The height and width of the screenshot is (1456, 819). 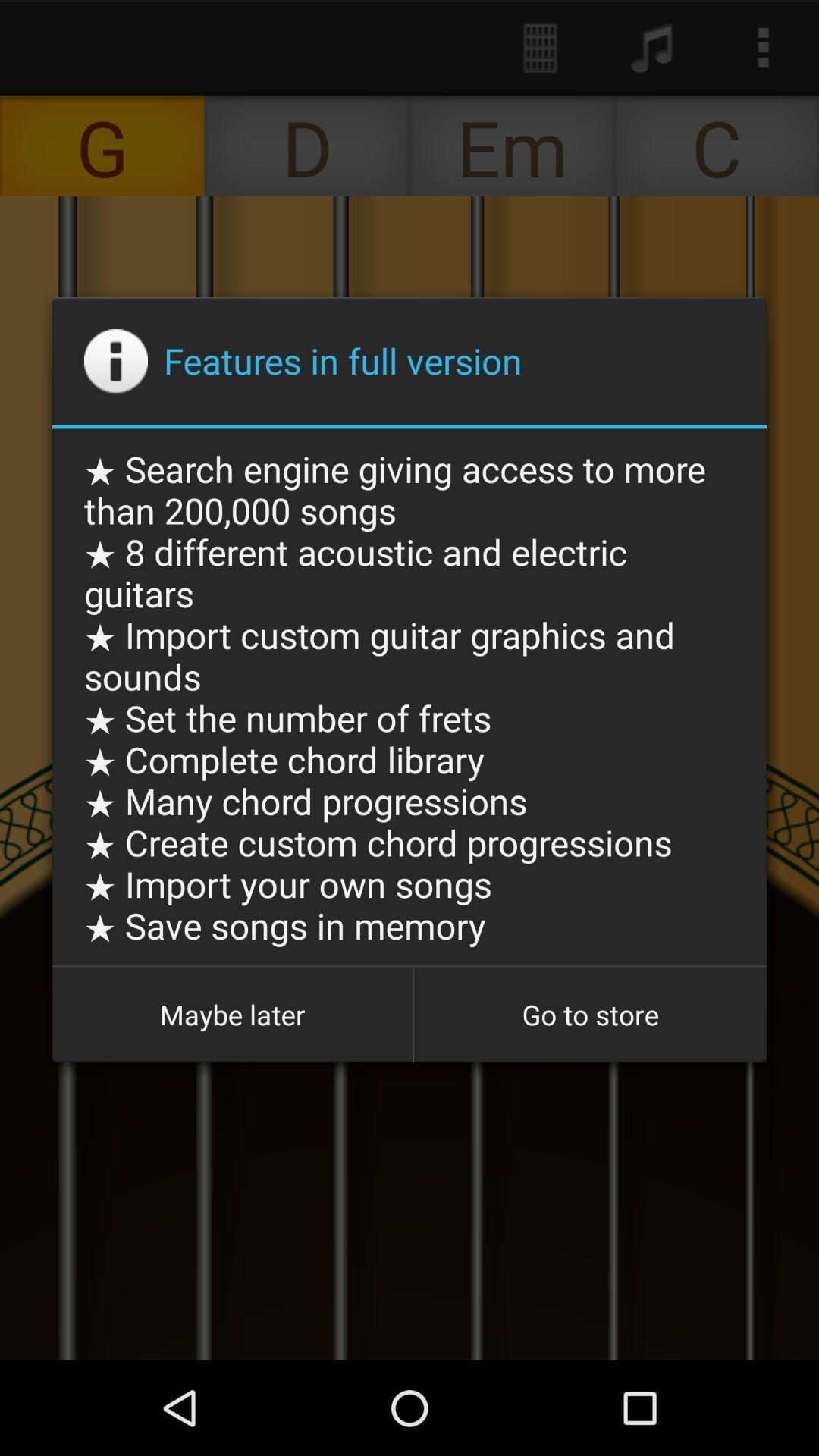 What do you see at coordinates (589, 1015) in the screenshot?
I see `the app below the search engine giving icon` at bounding box center [589, 1015].